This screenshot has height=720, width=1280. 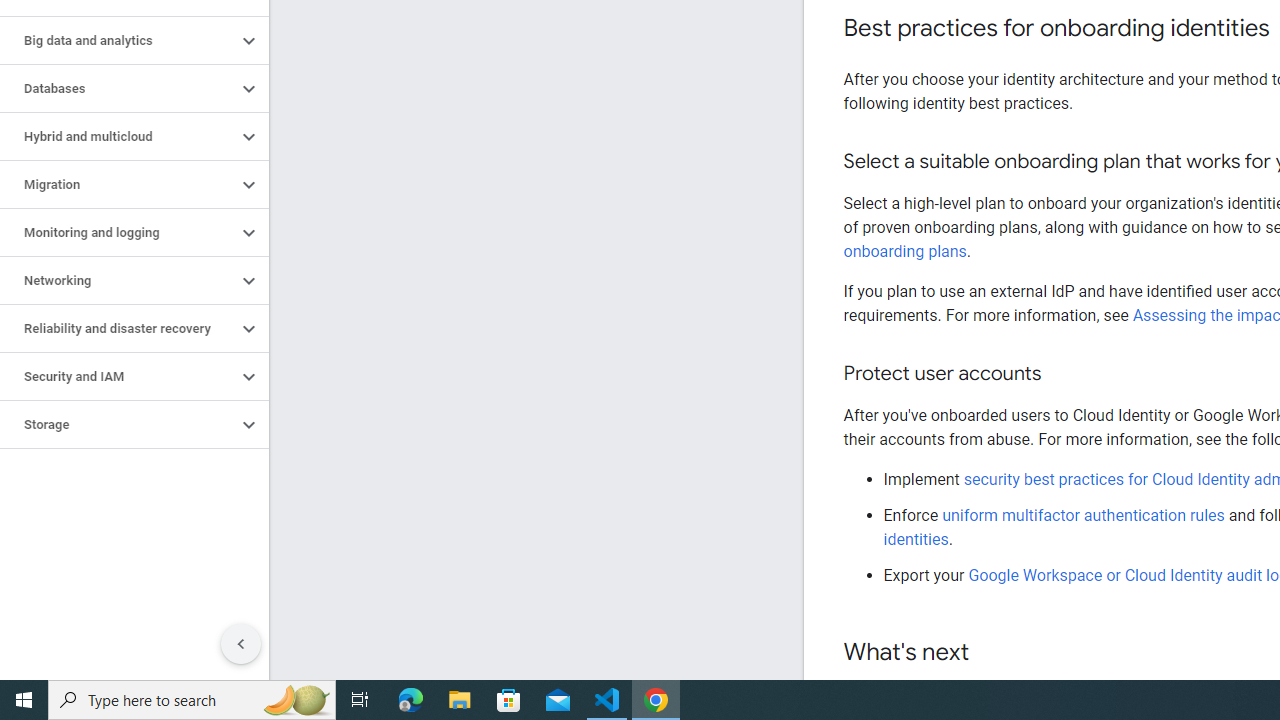 I want to click on 'Hybrid and multicloud', so click(x=117, y=136).